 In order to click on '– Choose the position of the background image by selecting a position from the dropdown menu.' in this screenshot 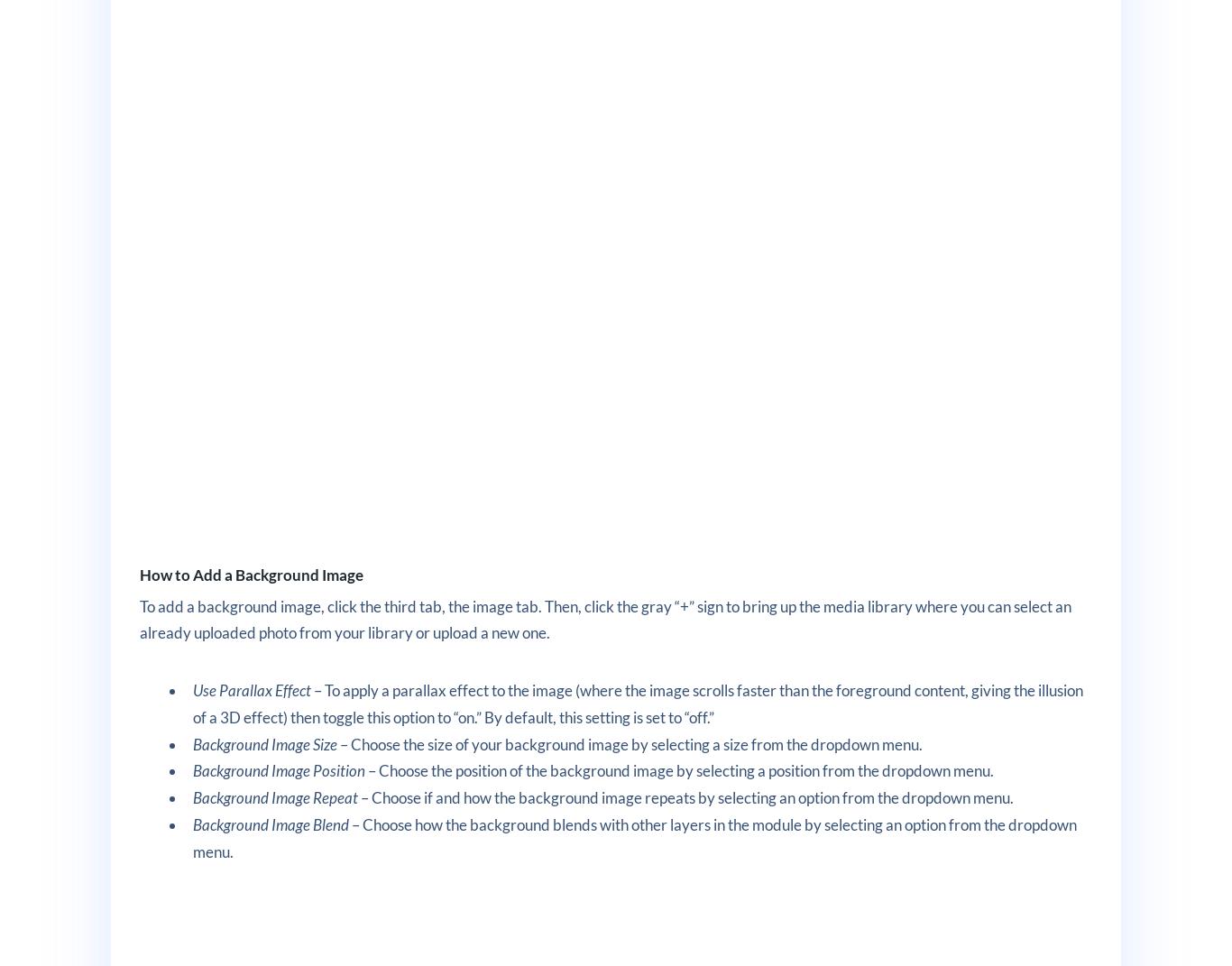, I will do `click(679, 770)`.